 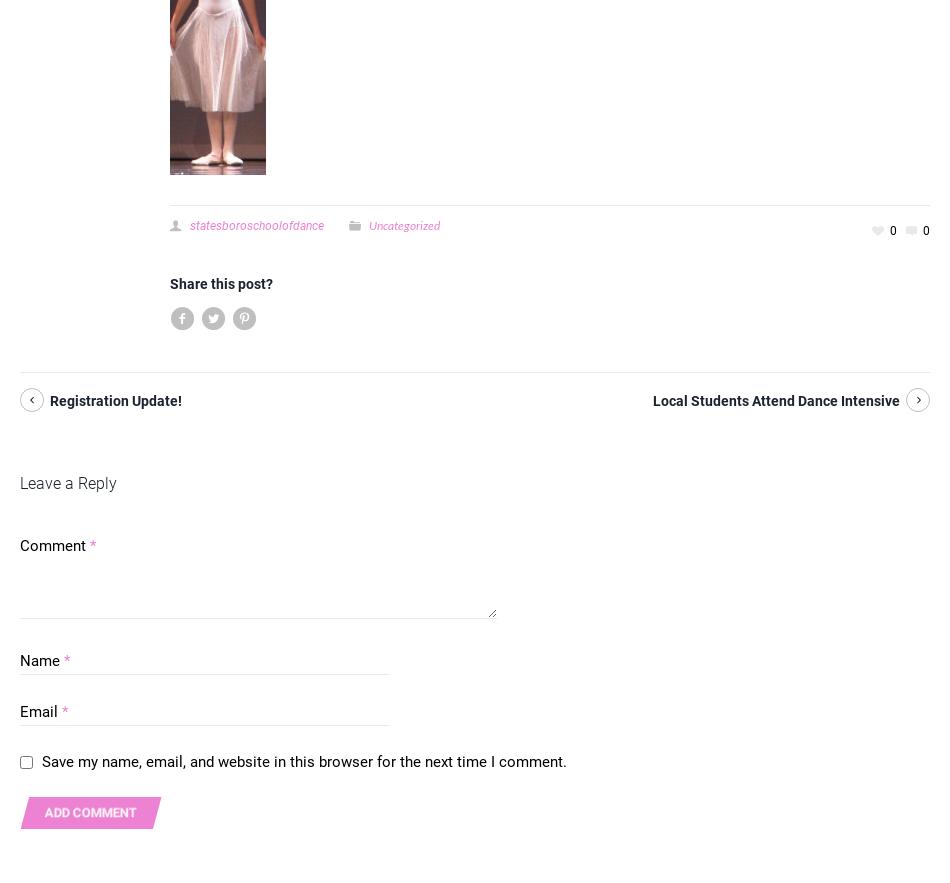 I want to click on 'Name', so click(x=20, y=660).